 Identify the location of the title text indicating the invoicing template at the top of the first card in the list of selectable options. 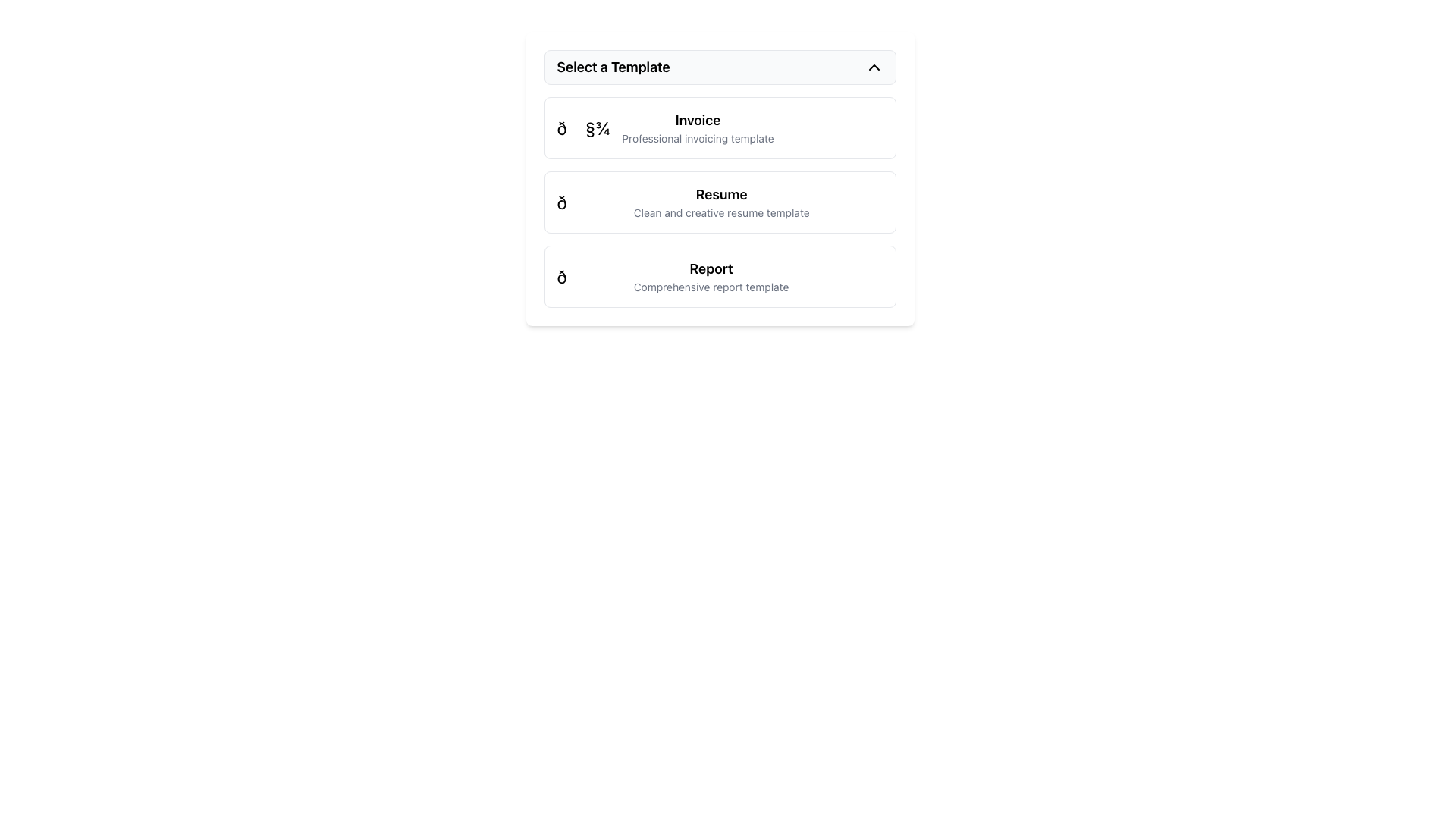
(697, 119).